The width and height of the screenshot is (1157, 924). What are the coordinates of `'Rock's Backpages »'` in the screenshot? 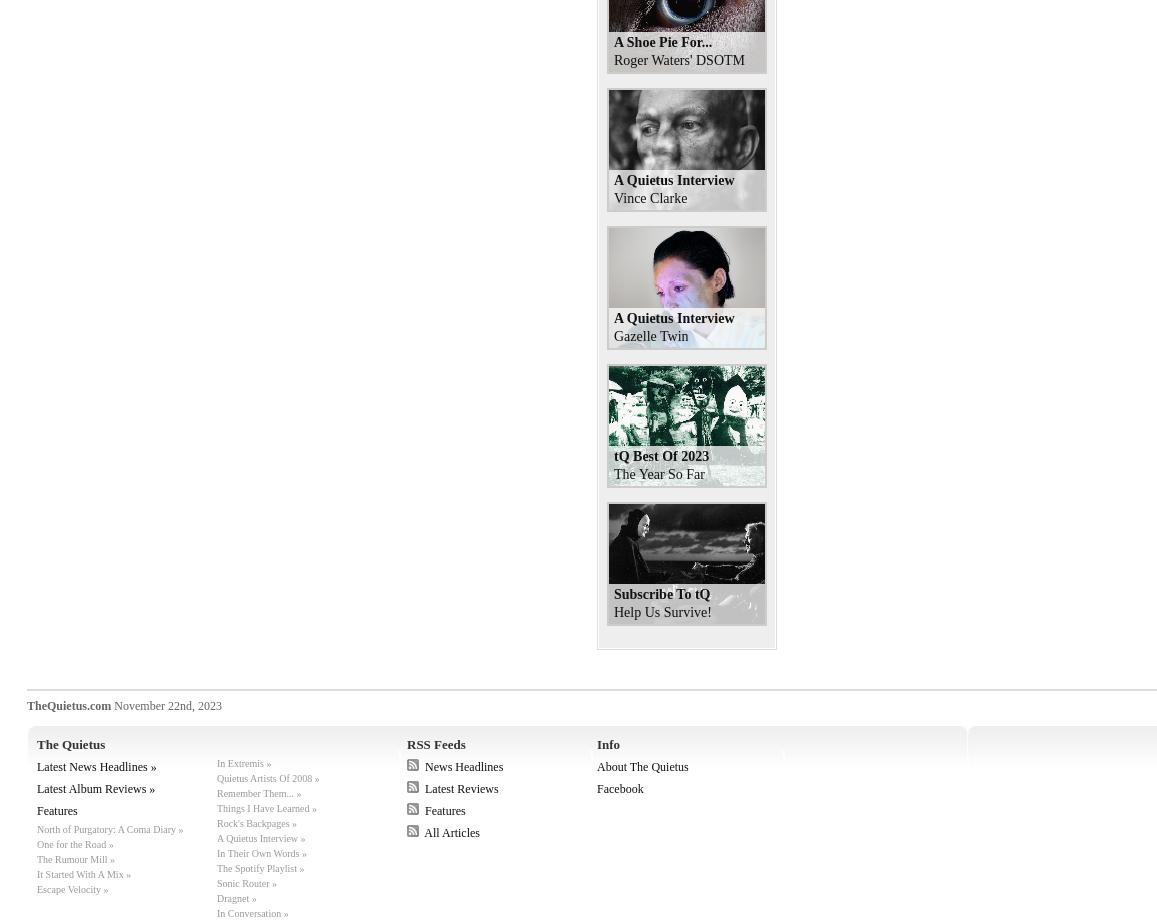 It's located at (256, 823).